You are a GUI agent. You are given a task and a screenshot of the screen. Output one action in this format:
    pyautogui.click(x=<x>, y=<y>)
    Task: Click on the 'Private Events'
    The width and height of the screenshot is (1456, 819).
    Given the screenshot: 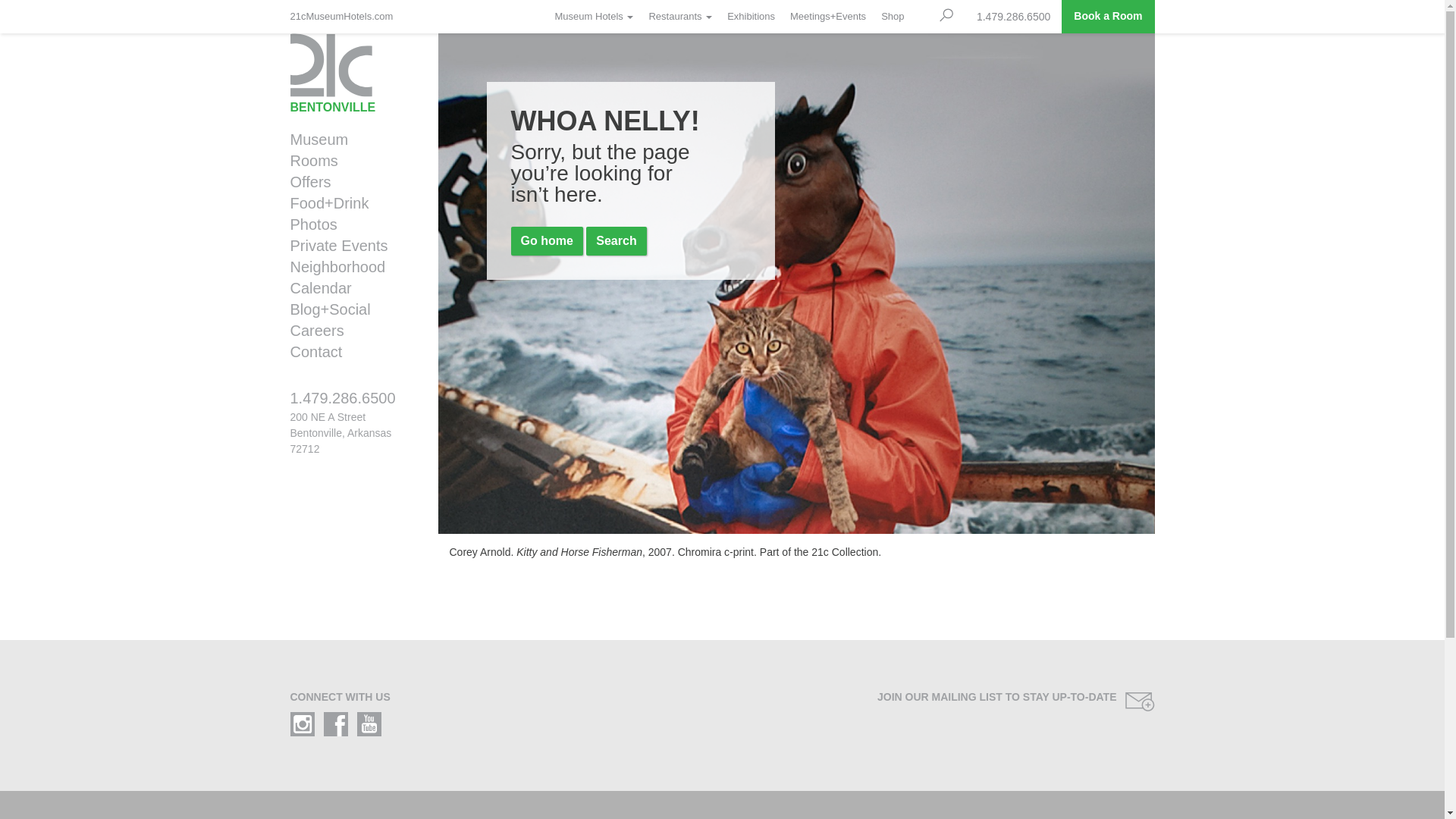 What is the action you would take?
    pyautogui.click(x=347, y=245)
    